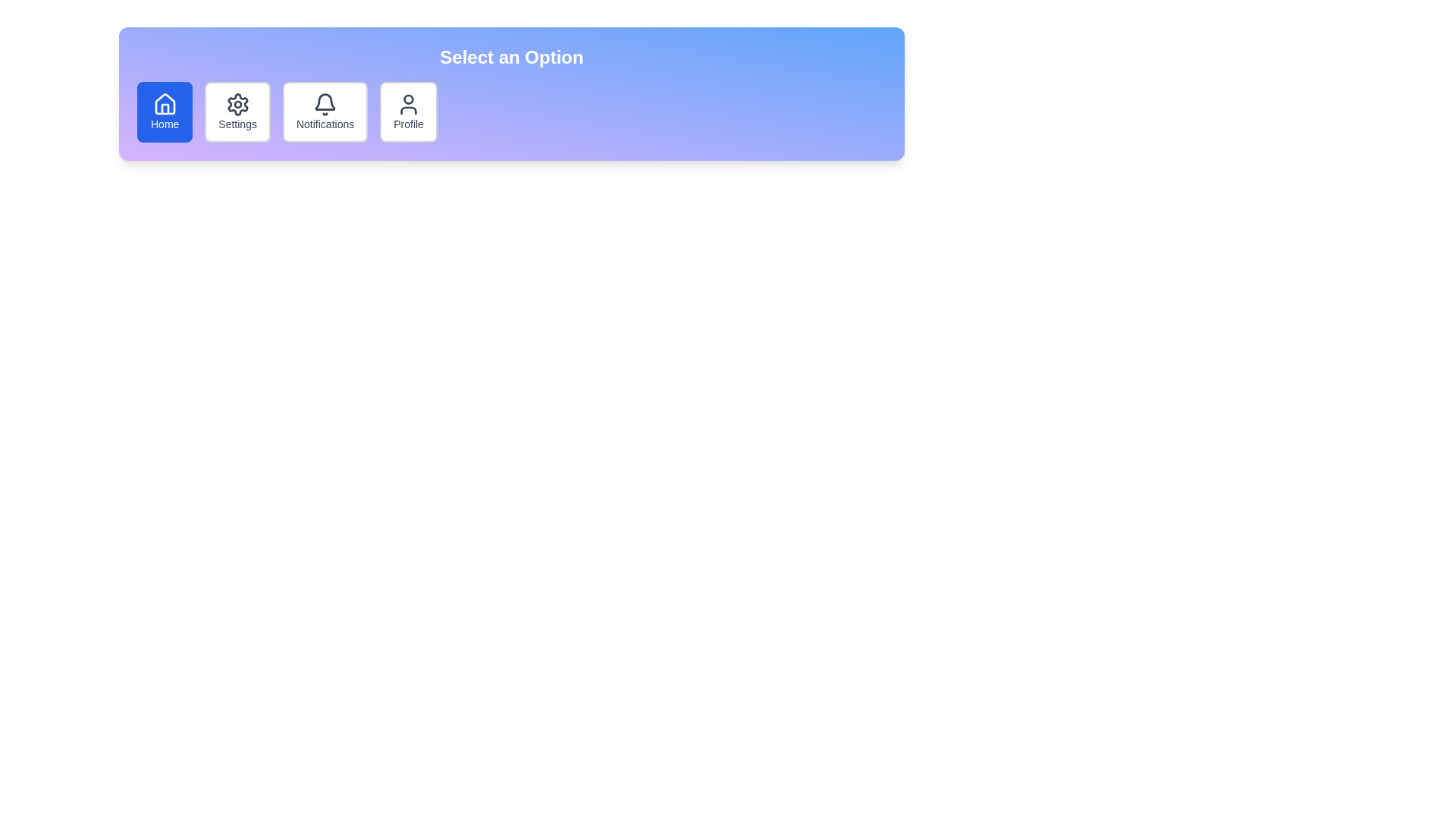 Image resolution: width=1456 pixels, height=819 pixels. Describe the element at coordinates (165, 111) in the screenshot. I see `the 'Home' button, which is a rectangular button with rounded corners, solid blue background, and a white house icon above the word 'Home' in white text` at that location.